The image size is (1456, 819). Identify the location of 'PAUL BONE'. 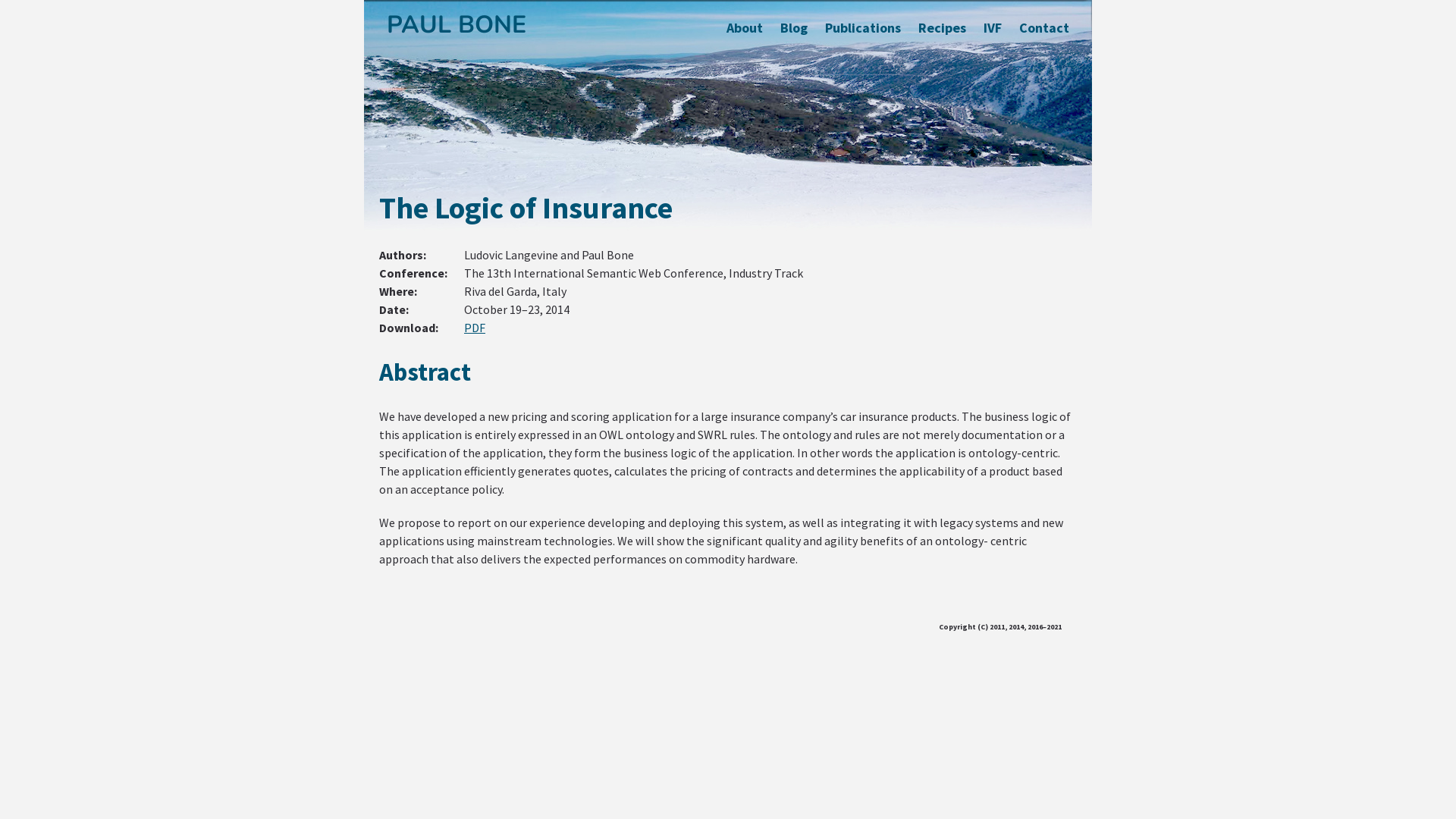
(455, 24).